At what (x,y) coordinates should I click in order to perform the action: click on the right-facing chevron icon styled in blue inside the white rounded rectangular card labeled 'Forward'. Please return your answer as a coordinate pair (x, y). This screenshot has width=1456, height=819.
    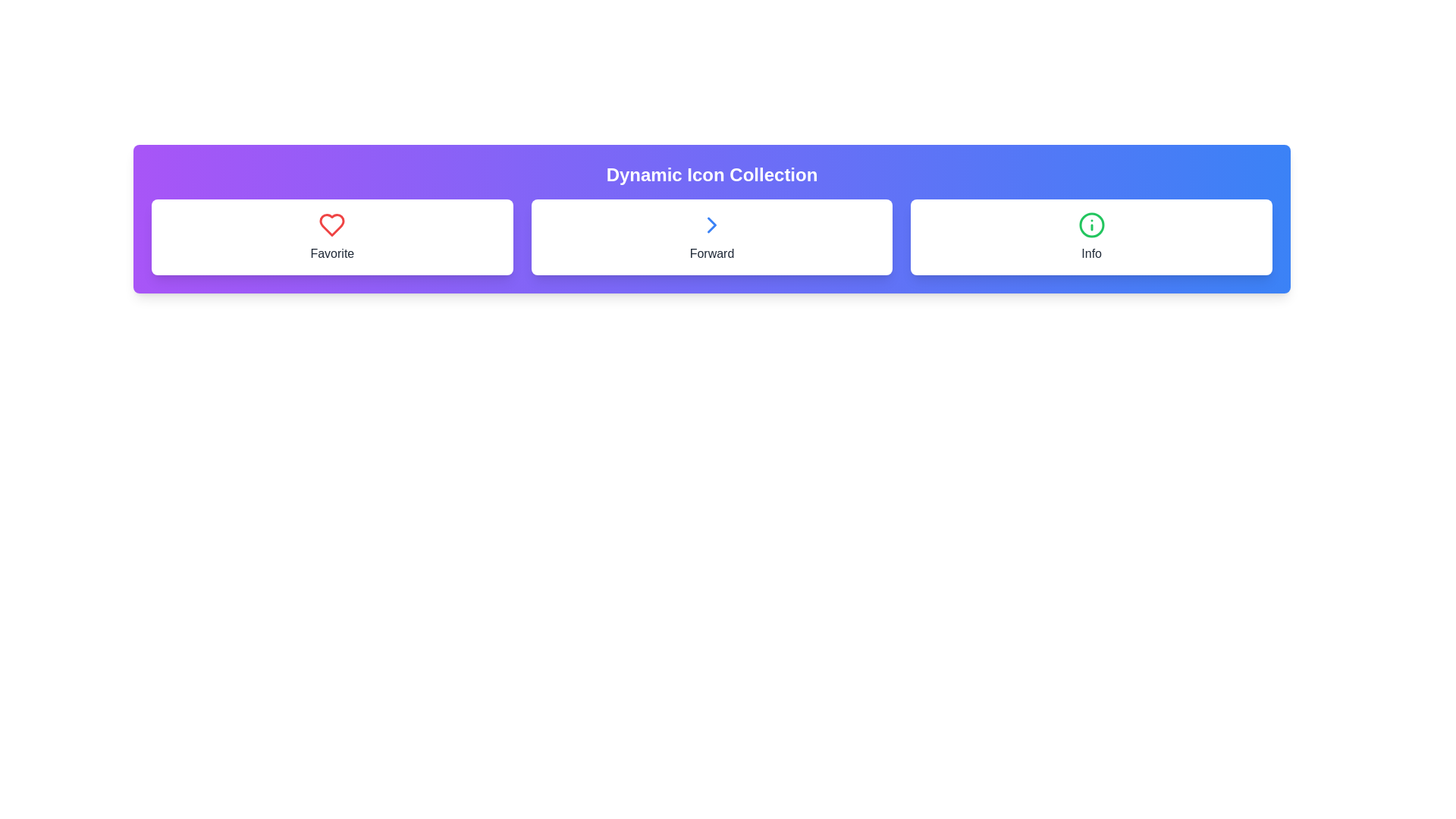
    Looking at the image, I should click on (711, 225).